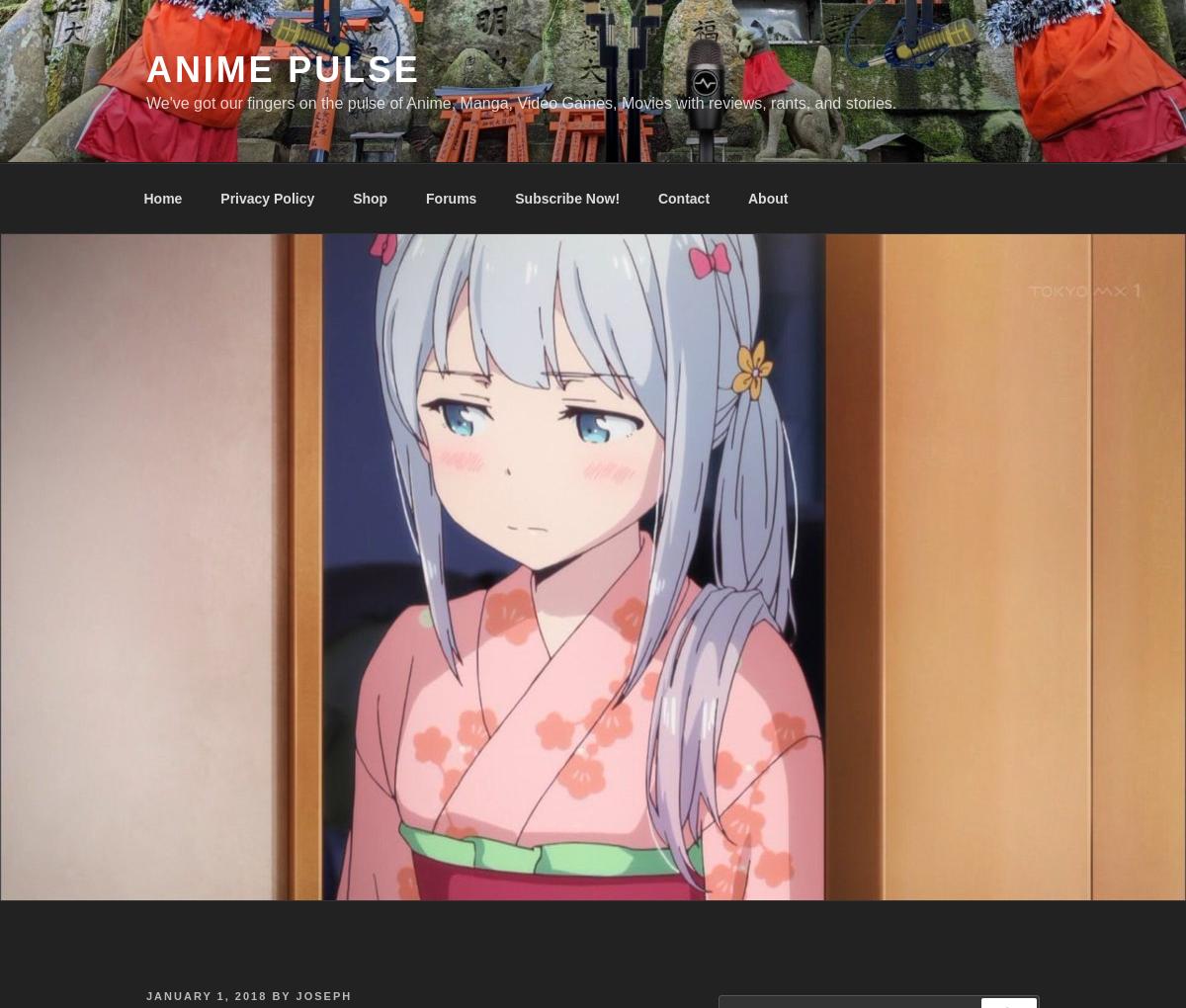 This screenshot has width=1186, height=1008. Describe the element at coordinates (280, 995) in the screenshot. I see `'by'` at that location.